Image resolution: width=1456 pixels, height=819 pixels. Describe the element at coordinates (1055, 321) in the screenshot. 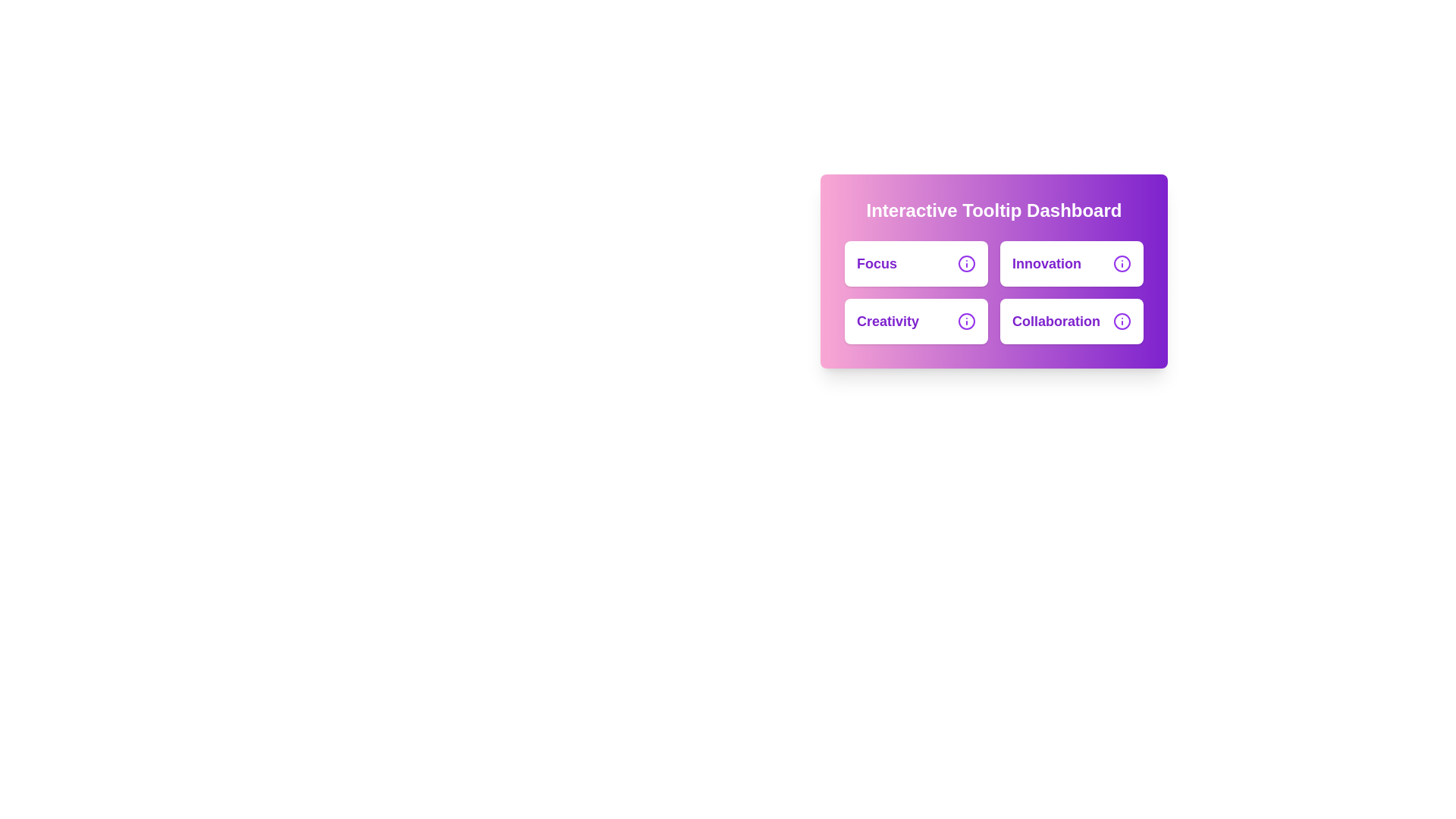

I see `the non-interactive text label that describes the context of the 'Interactive Tooltip Dashboard' section, located in the bottom-right quadrant and aligned with the 'Creativity' label` at that location.